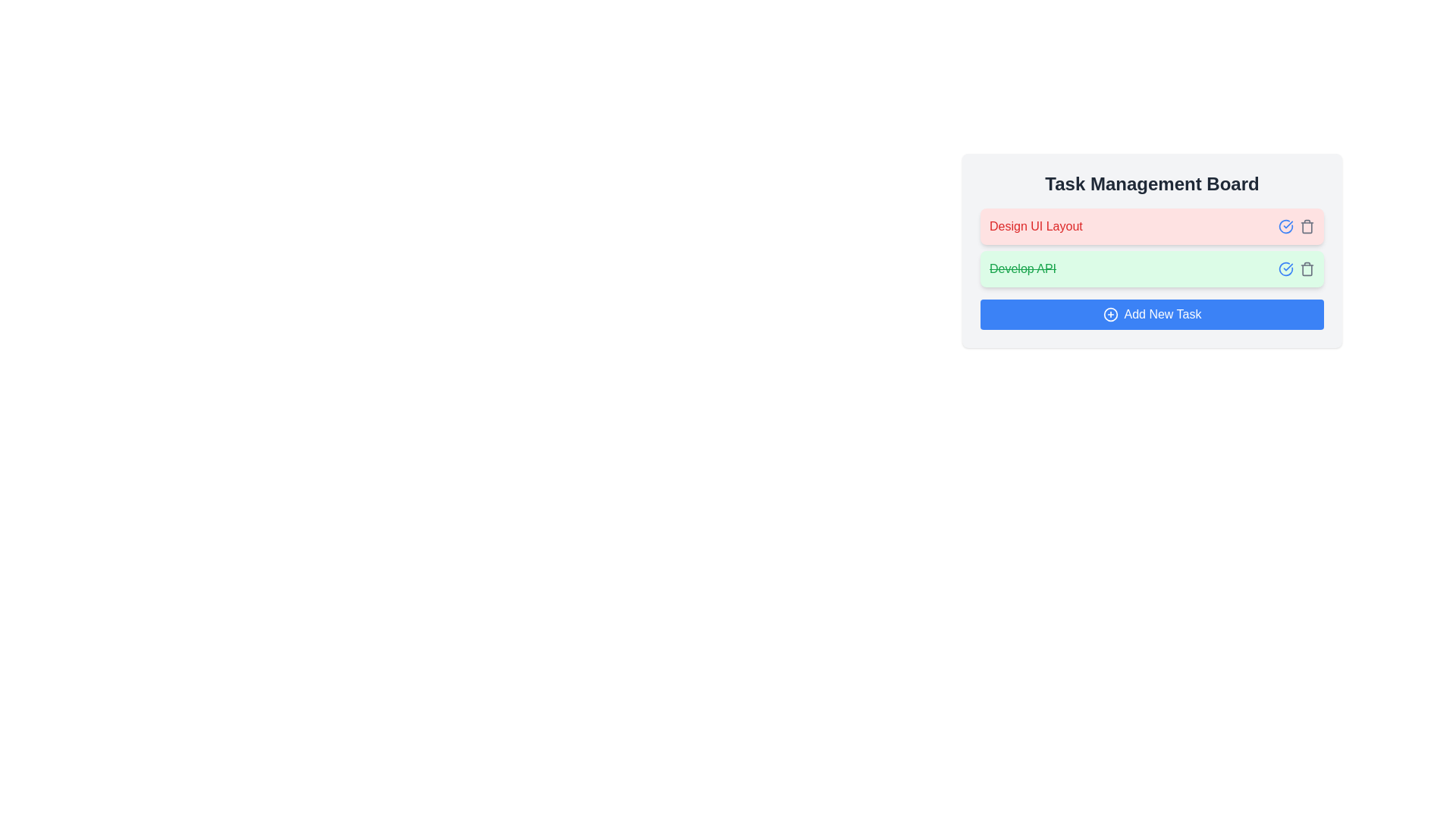 Image resolution: width=1456 pixels, height=819 pixels. Describe the element at coordinates (1295, 268) in the screenshot. I see `the blue checkmark icon in the Action group located to the far right of the 'Develop API' task row to mark the task as done` at that location.